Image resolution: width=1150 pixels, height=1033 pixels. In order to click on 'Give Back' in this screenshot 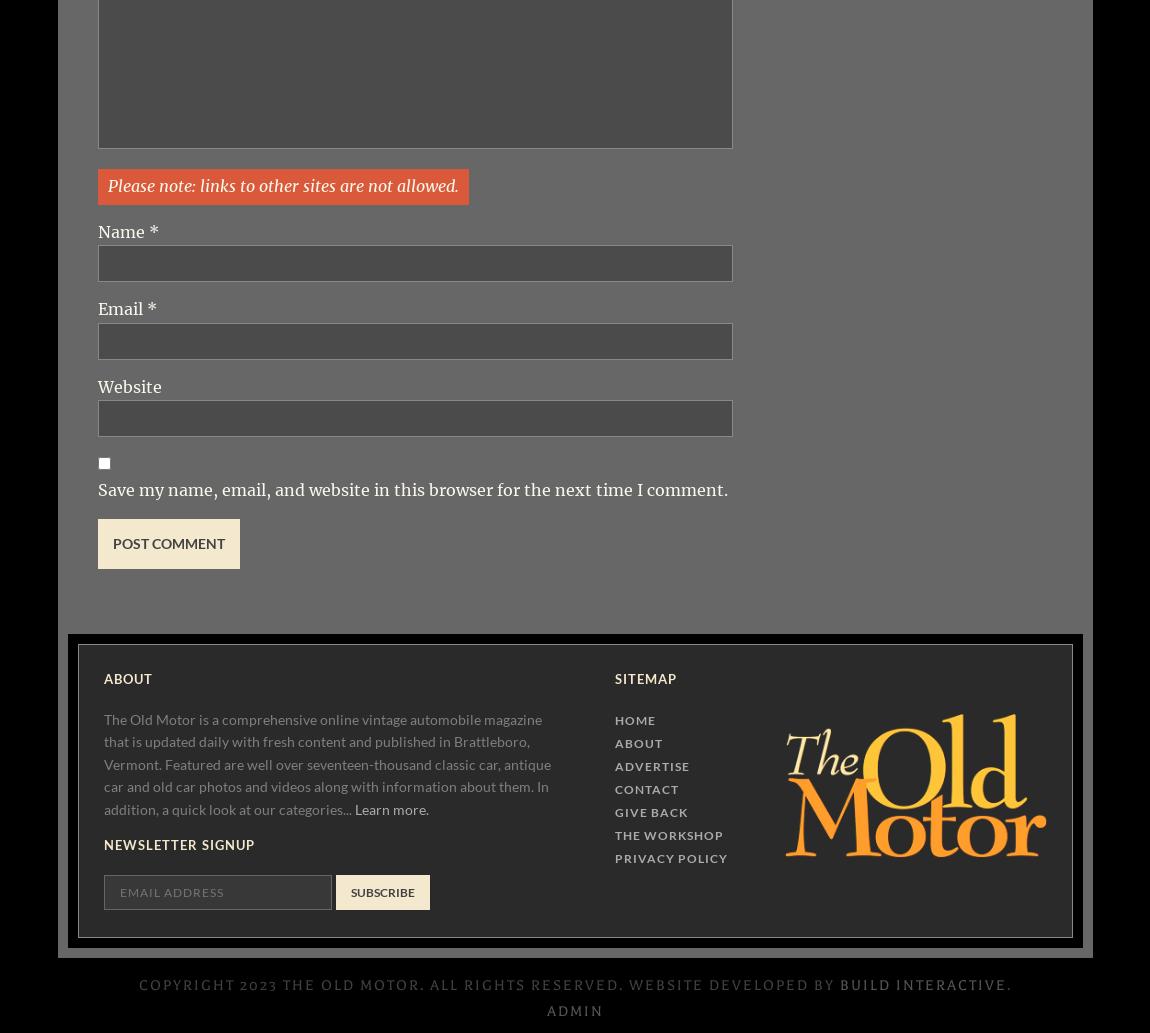, I will do `click(650, 812)`.